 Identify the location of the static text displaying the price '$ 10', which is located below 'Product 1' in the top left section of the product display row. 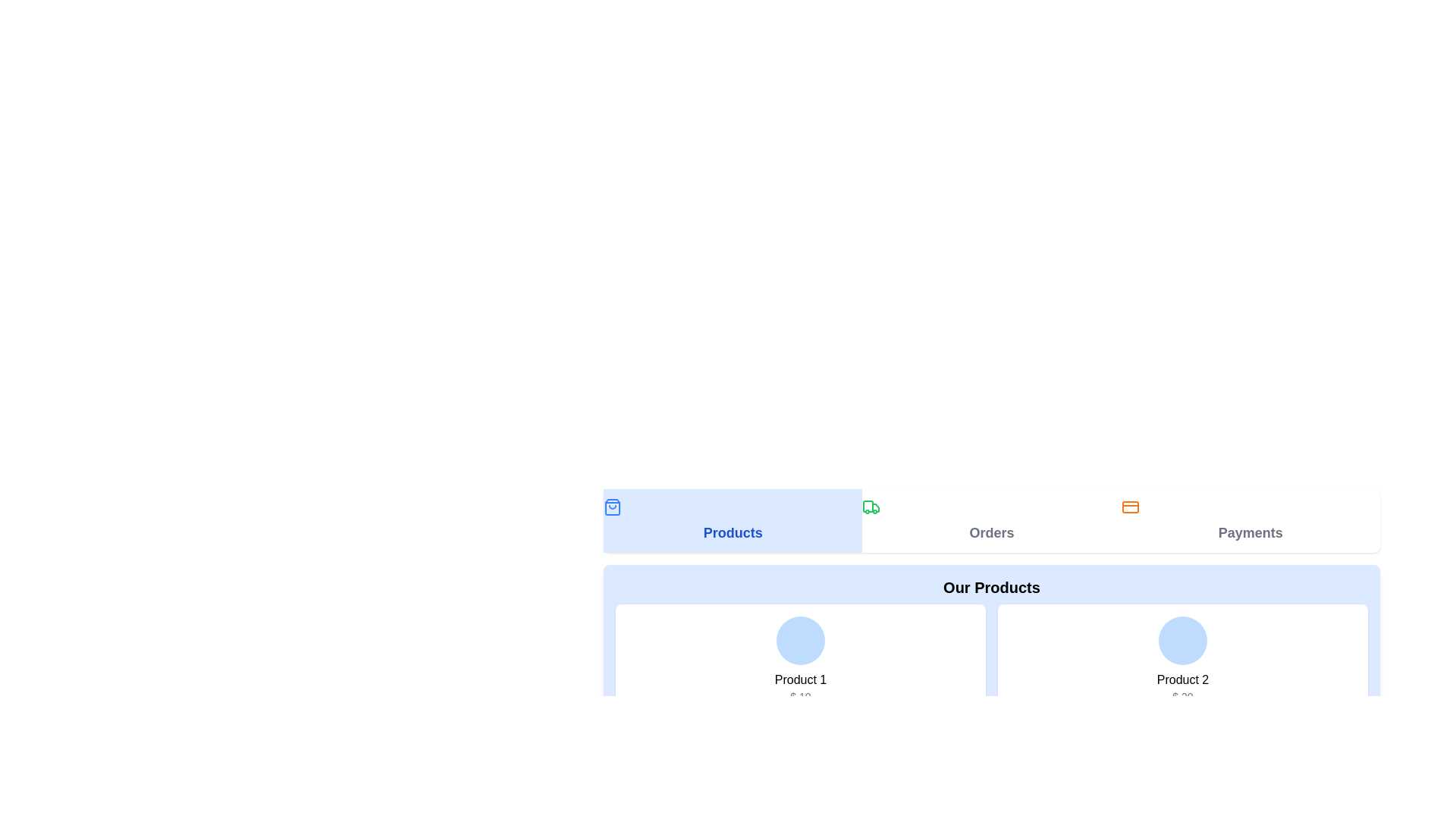
(800, 696).